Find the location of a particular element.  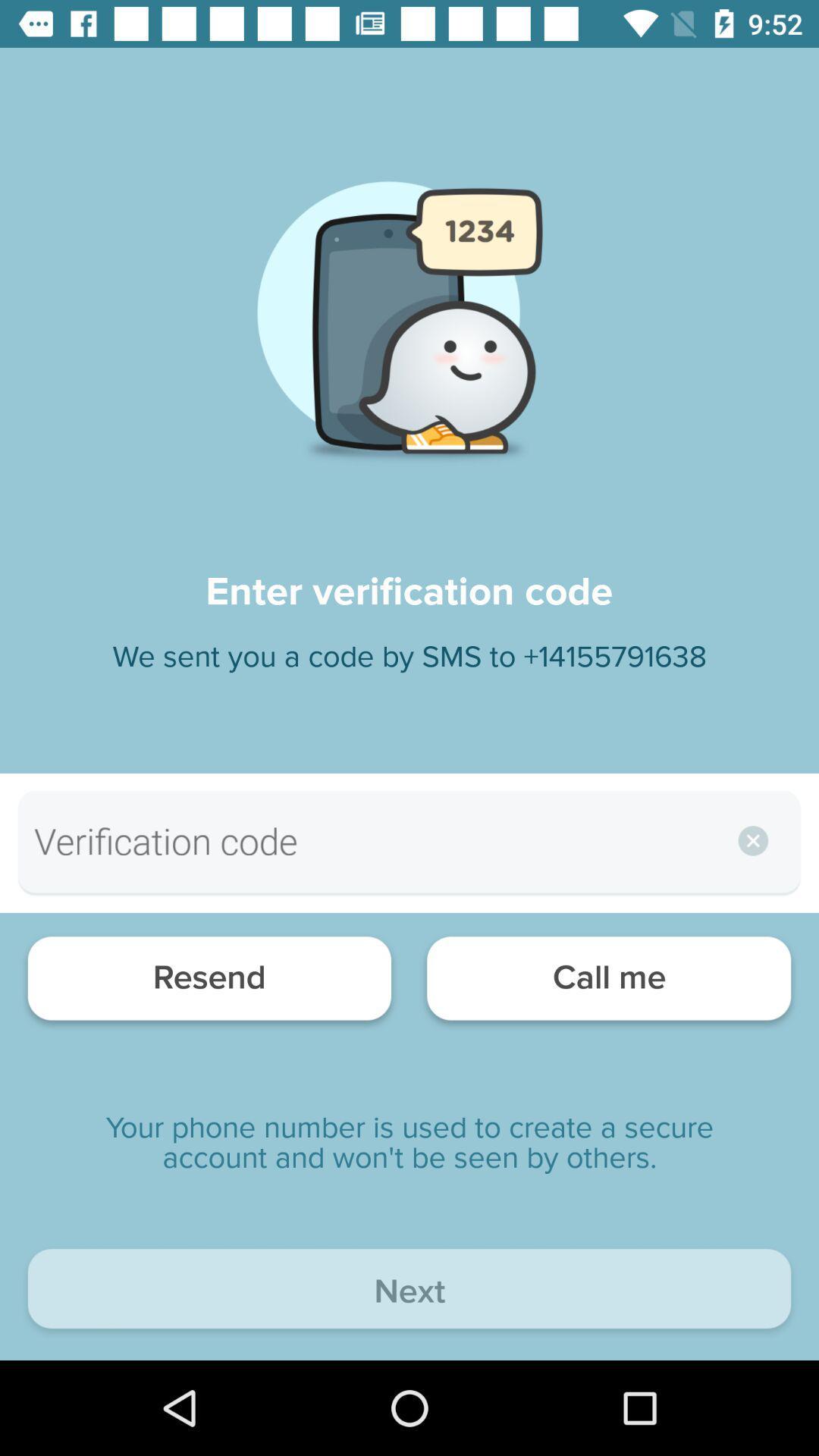

the item to the right of resend item is located at coordinates (608, 982).